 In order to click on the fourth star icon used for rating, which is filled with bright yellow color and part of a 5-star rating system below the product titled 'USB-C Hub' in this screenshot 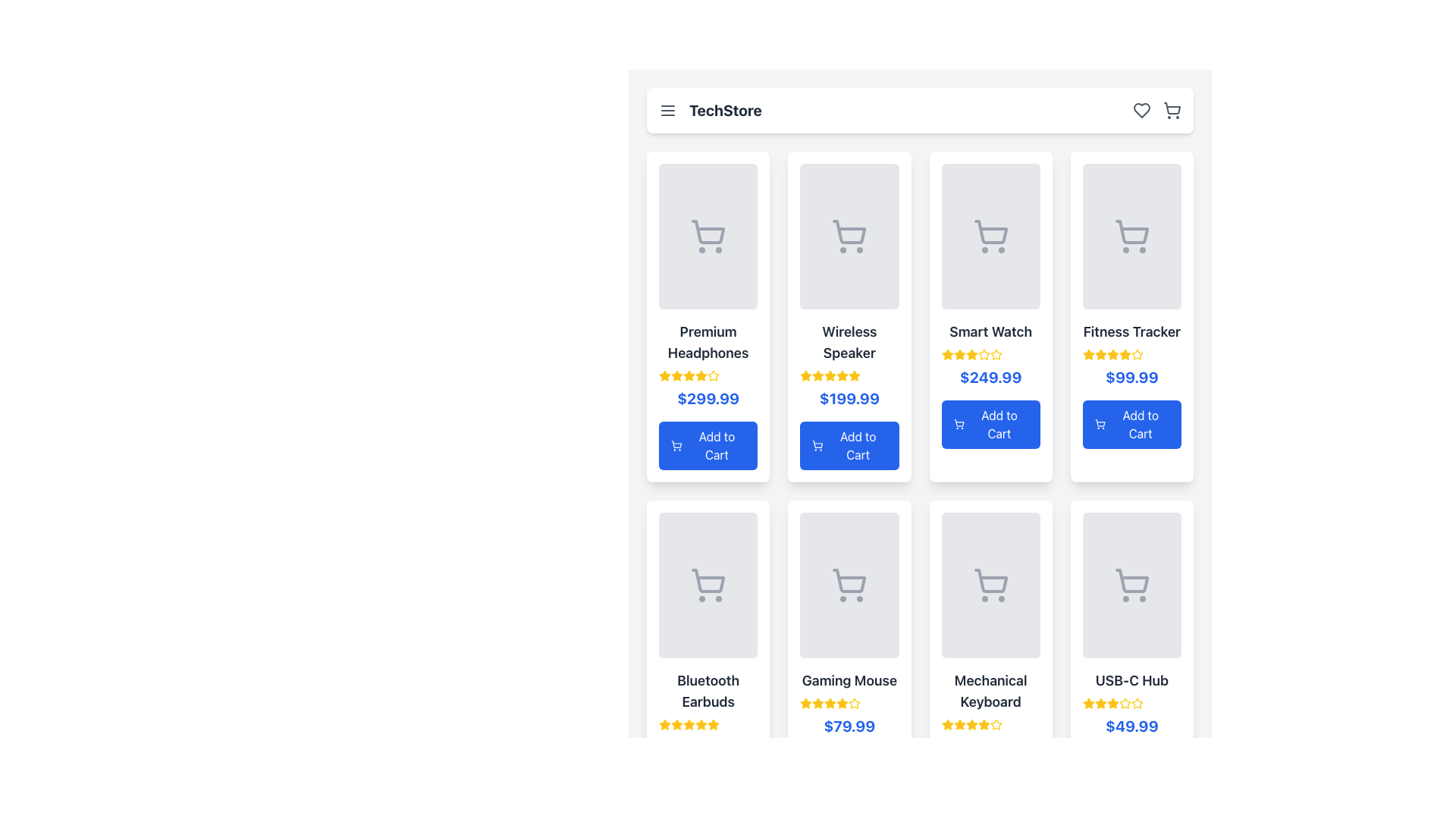, I will do `click(1125, 703)`.